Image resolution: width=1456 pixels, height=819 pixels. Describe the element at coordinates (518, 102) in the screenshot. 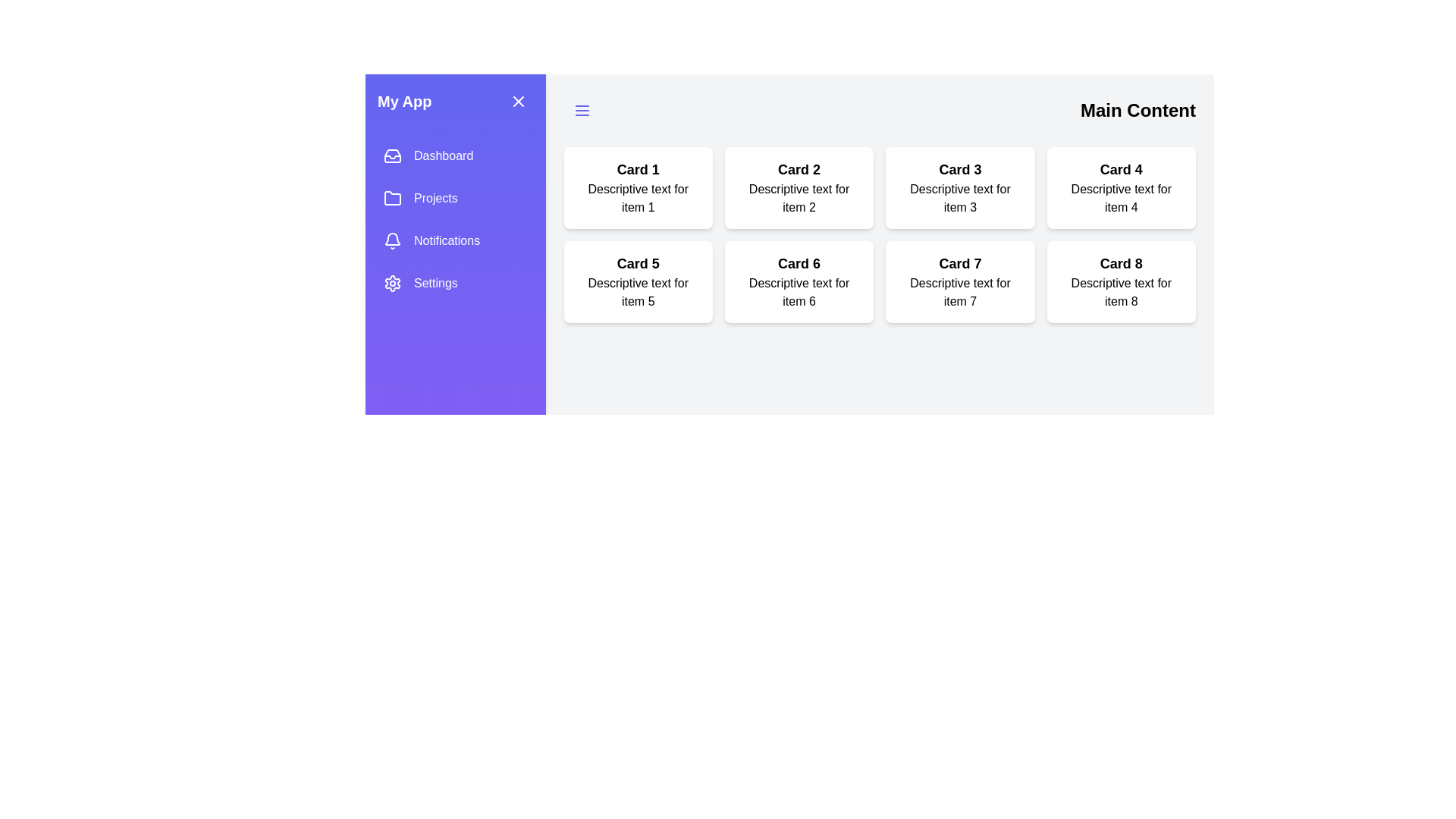

I see `the close button to toggle the sidebar` at that location.